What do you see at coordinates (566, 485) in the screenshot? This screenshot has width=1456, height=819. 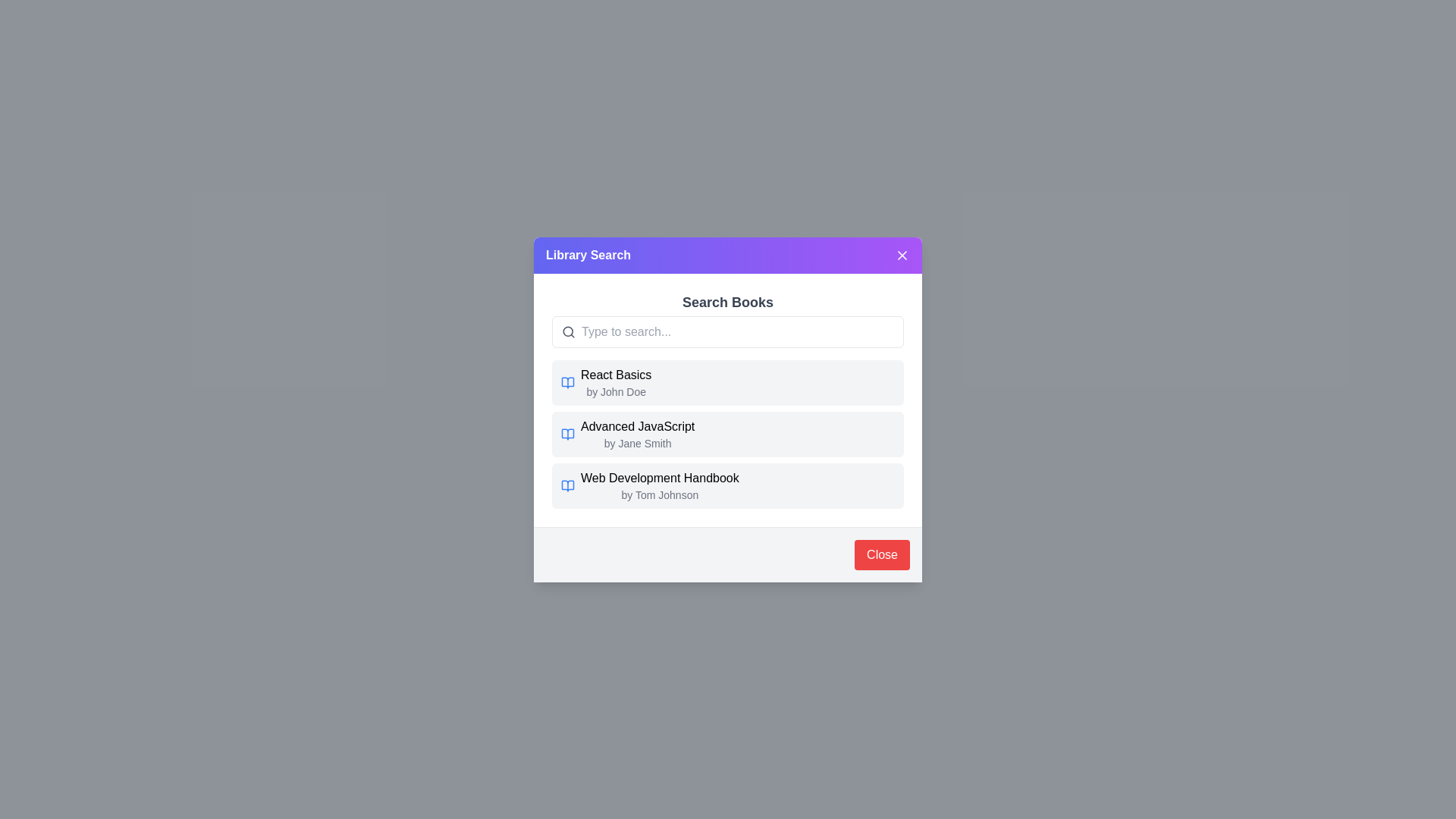 I see `the decorative icon located to the left of the text content in the 'React Basics by John Doe' entry under the 'Search Books' title` at bounding box center [566, 485].